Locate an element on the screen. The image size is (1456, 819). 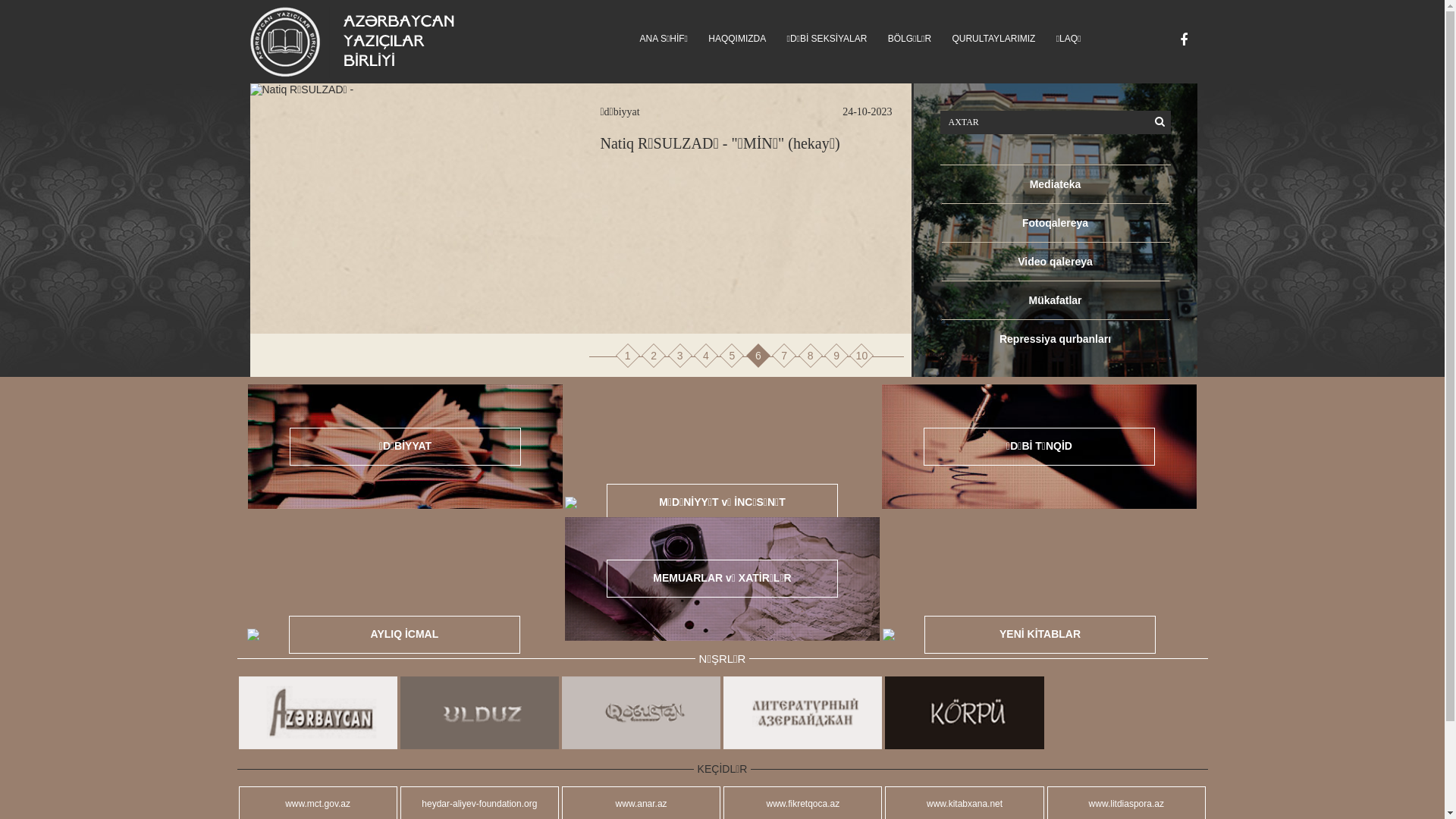
'3' is located at coordinates (669, 356).